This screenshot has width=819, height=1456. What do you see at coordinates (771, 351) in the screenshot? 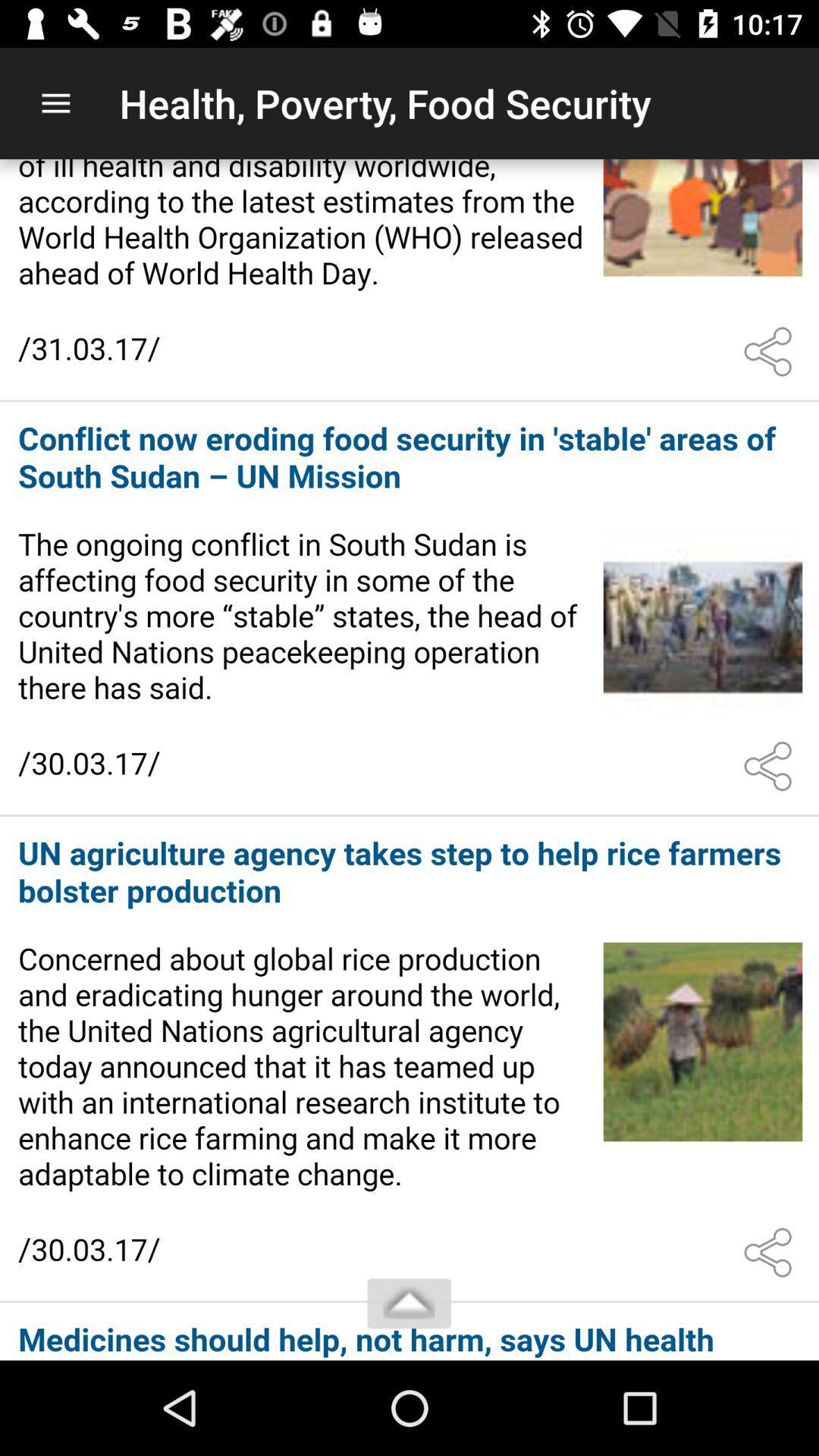
I see `the share icon` at bounding box center [771, 351].